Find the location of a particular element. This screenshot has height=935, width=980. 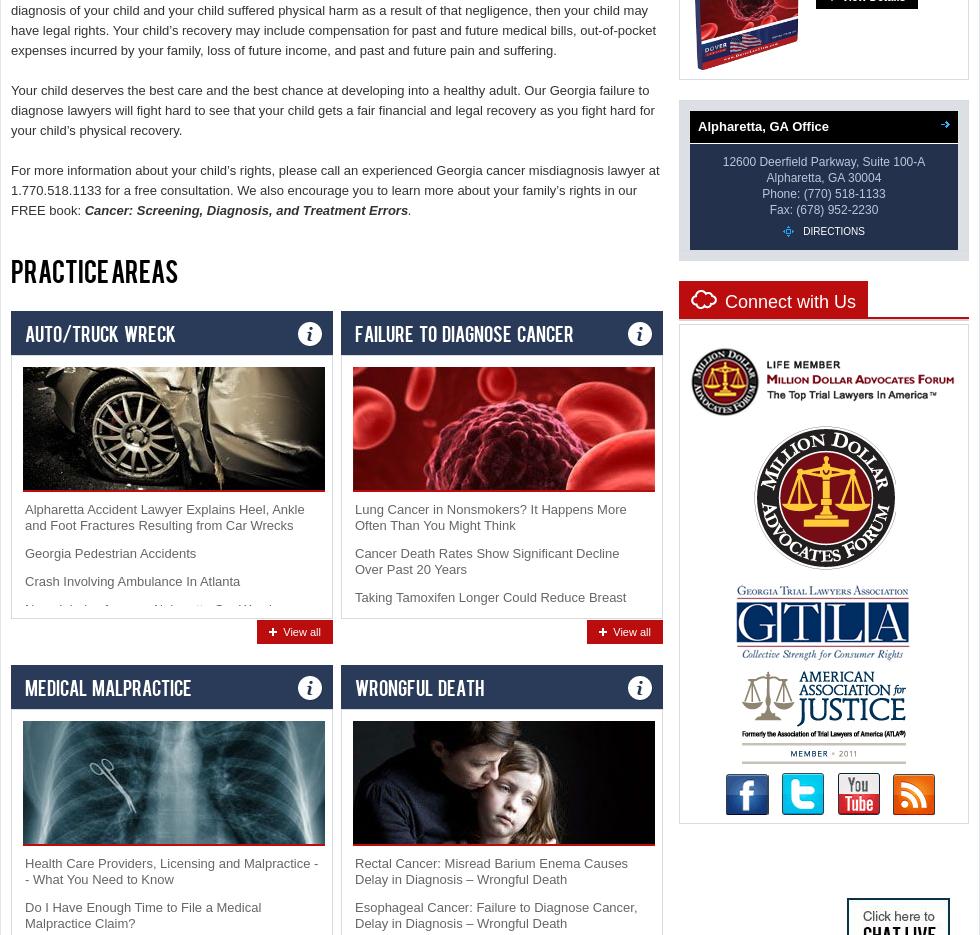

'(678) 952-2230' is located at coordinates (837, 209).